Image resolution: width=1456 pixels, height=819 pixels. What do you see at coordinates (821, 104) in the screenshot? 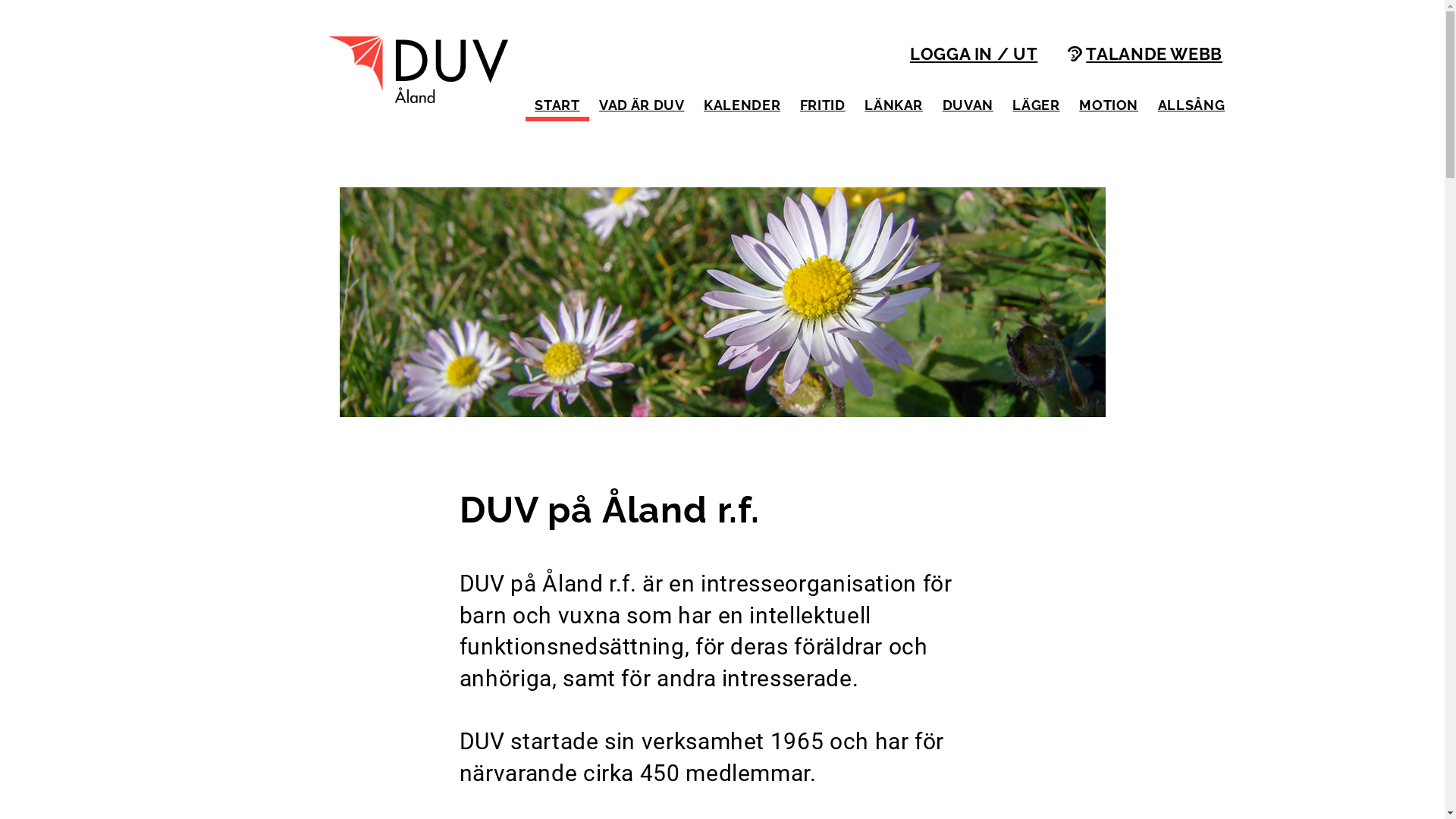
I see `'FRITID'` at bounding box center [821, 104].